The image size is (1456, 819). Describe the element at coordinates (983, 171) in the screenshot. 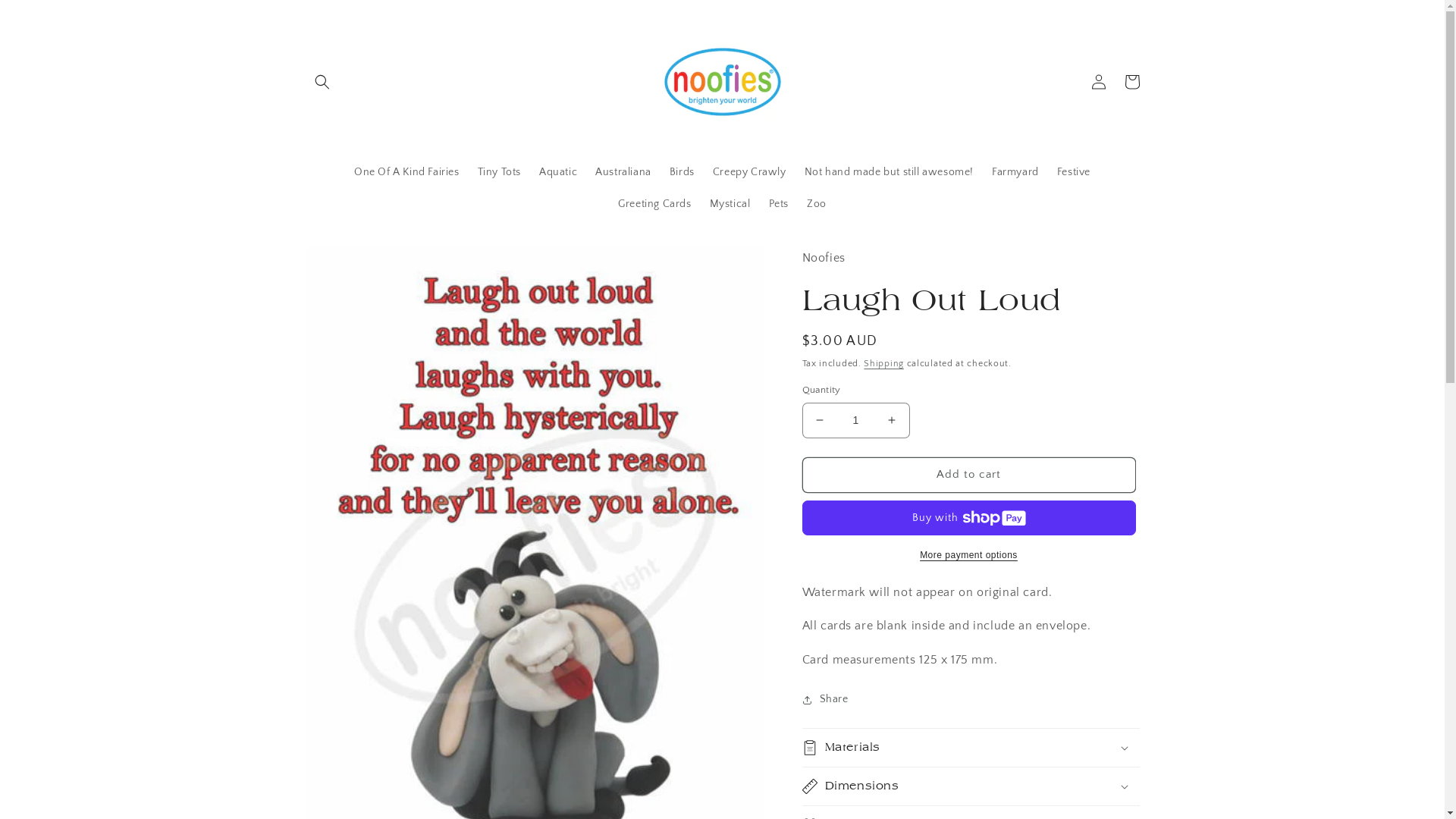

I see `'Farmyard'` at that location.